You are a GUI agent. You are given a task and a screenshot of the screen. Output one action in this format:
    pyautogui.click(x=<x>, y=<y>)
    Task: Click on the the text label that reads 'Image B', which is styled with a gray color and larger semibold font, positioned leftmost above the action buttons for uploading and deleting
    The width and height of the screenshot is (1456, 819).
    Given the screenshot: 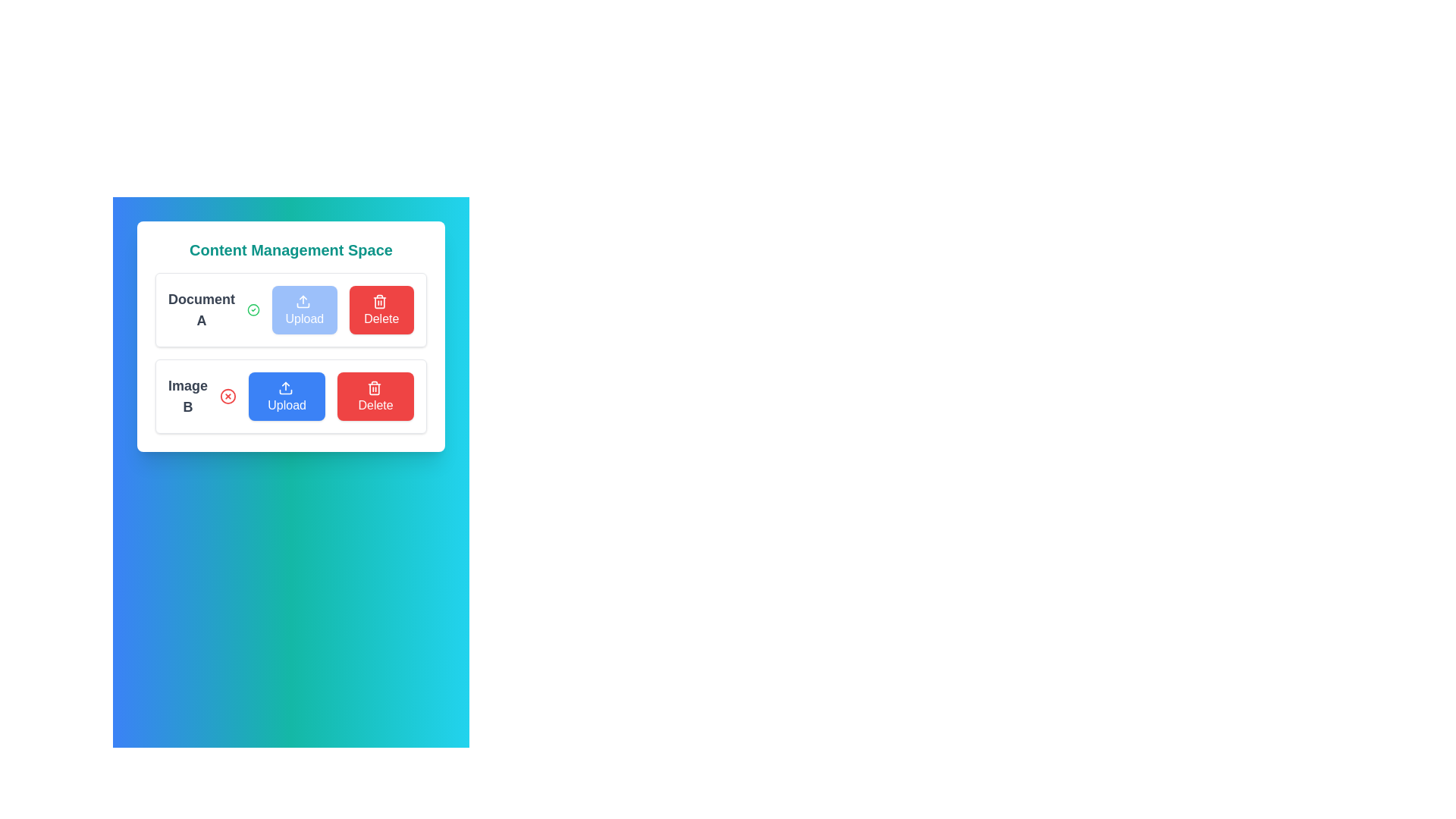 What is the action you would take?
    pyautogui.click(x=187, y=396)
    